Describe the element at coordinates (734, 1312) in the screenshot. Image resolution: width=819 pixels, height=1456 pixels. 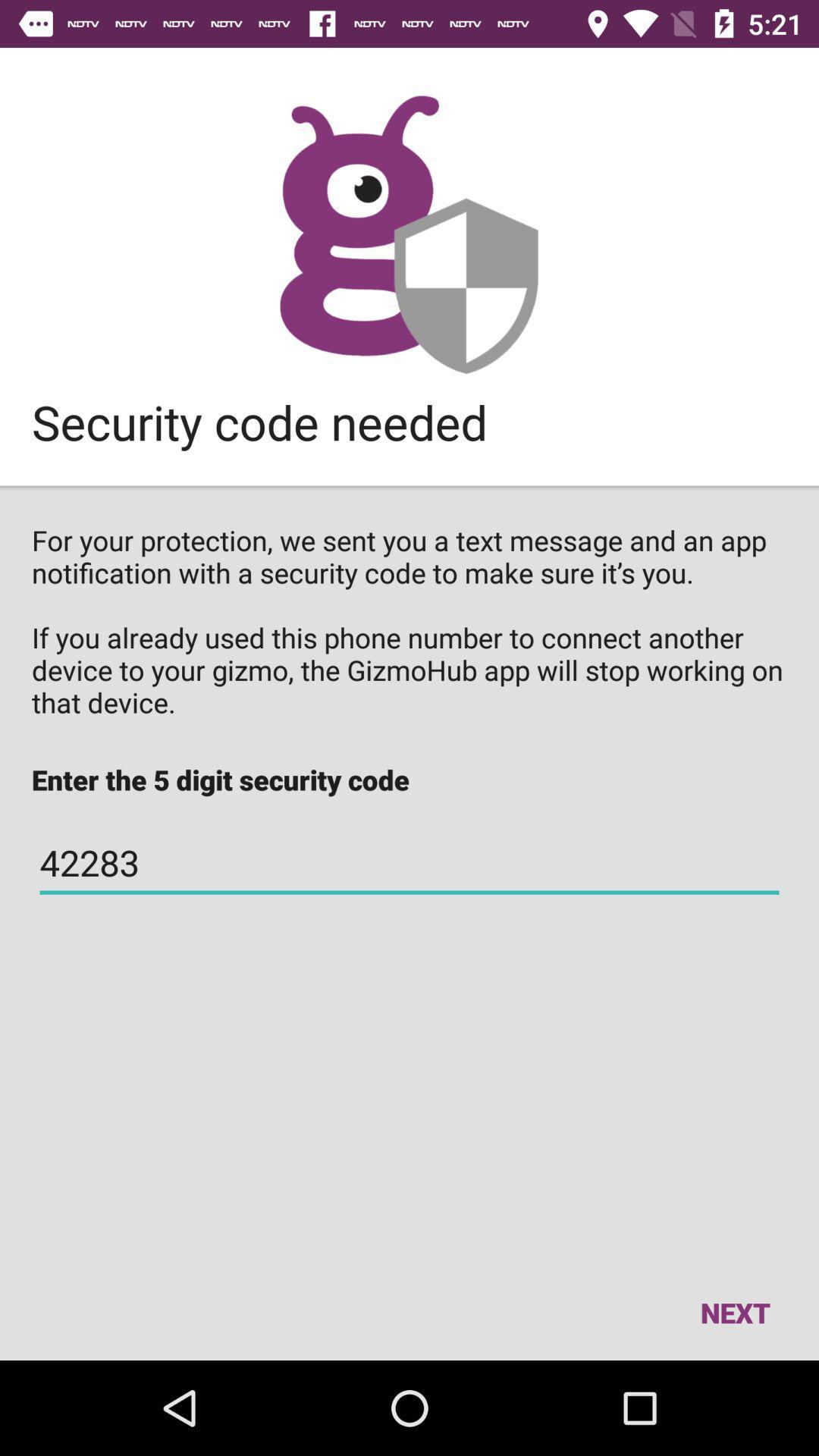
I see `the item below 42283` at that location.